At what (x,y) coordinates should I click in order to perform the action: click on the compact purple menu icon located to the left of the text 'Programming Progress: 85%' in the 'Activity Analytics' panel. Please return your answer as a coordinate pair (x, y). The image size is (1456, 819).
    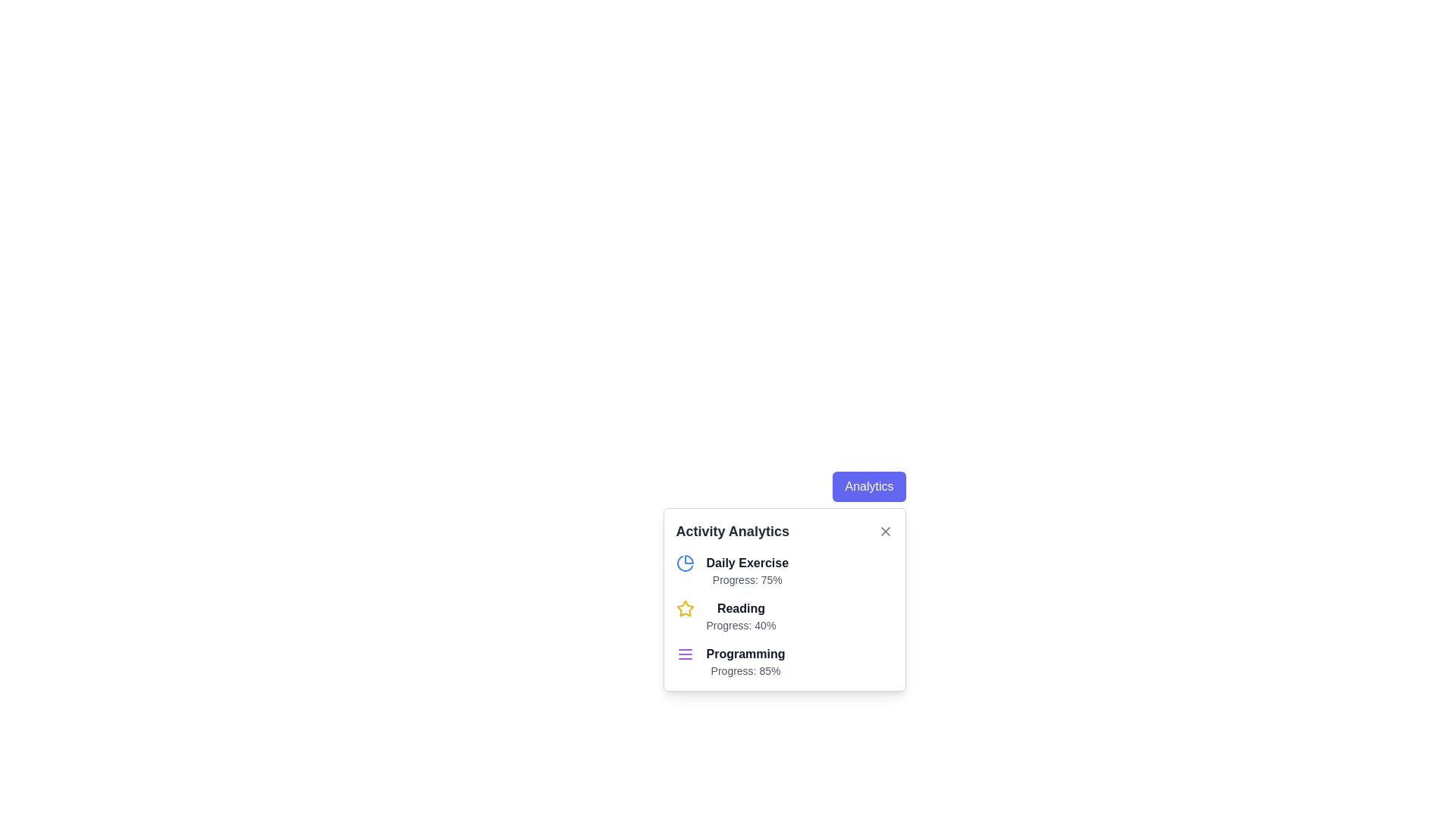
    Looking at the image, I should click on (684, 654).